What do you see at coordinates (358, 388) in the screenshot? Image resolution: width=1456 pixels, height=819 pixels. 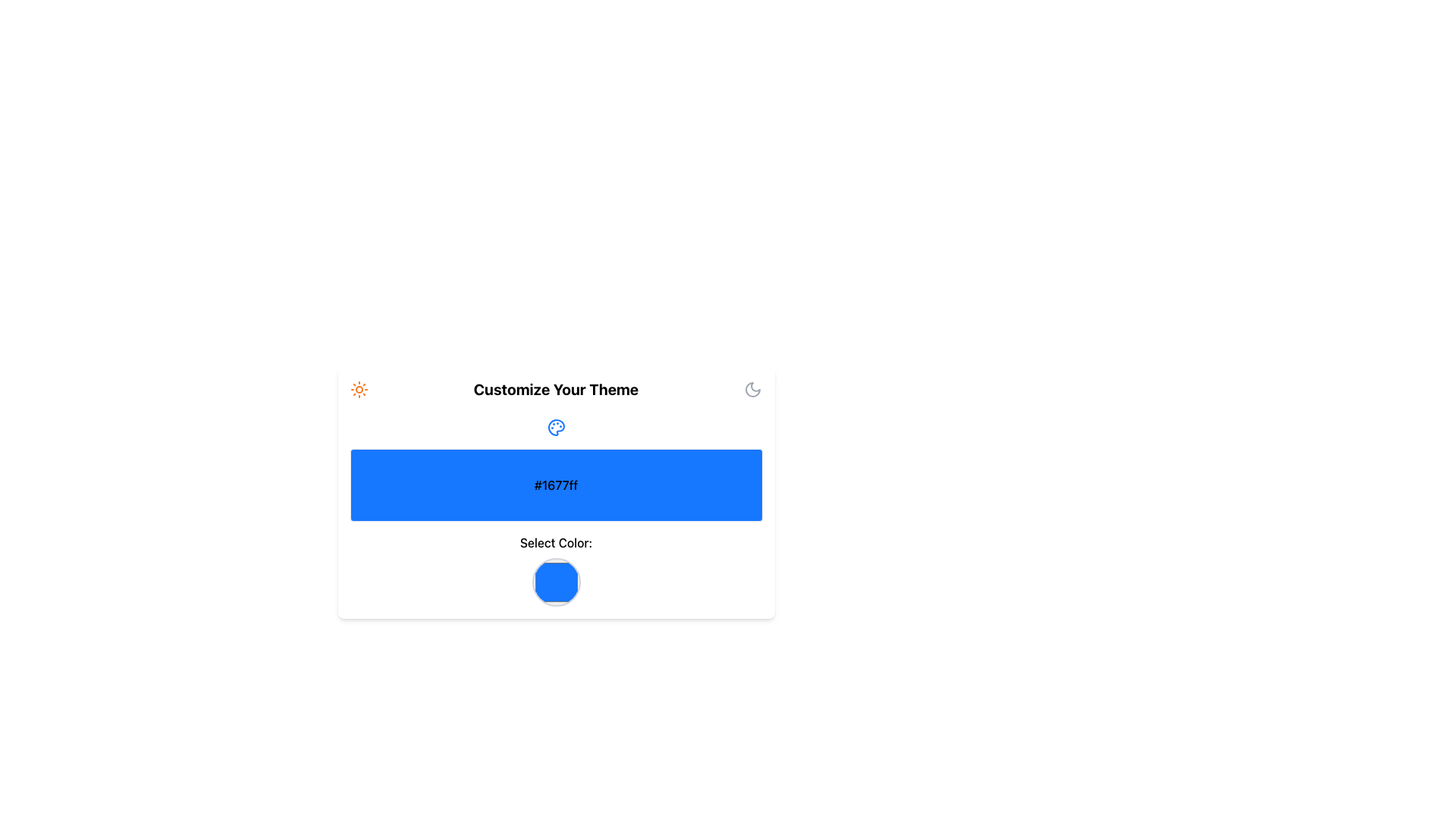 I see `the light-themed mode icon button located to the left of the 'Customize Your Theme' header` at bounding box center [358, 388].